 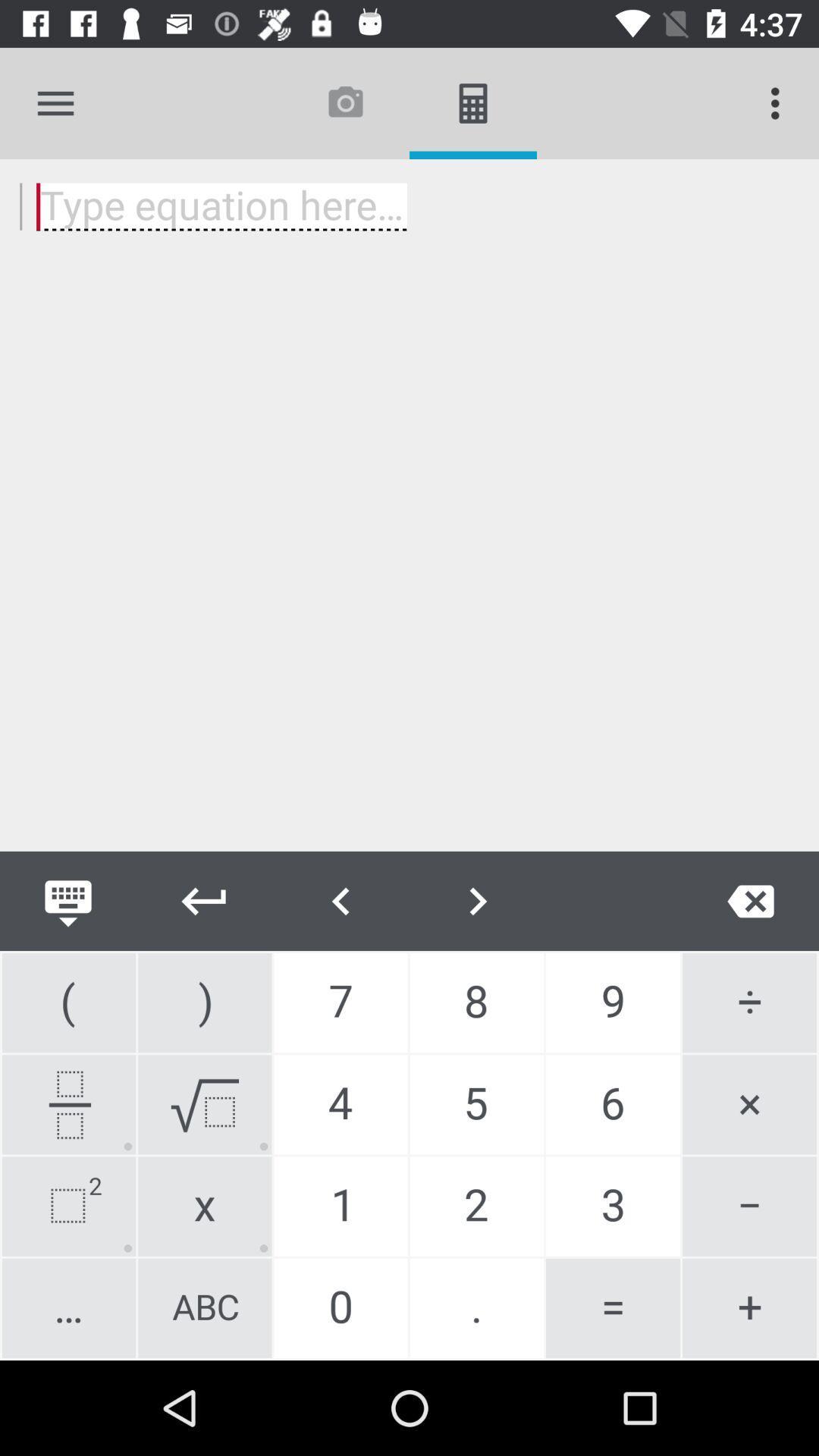 What do you see at coordinates (67, 901) in the screenshot?
I see `keyboard` at bounding box center [67, 901].